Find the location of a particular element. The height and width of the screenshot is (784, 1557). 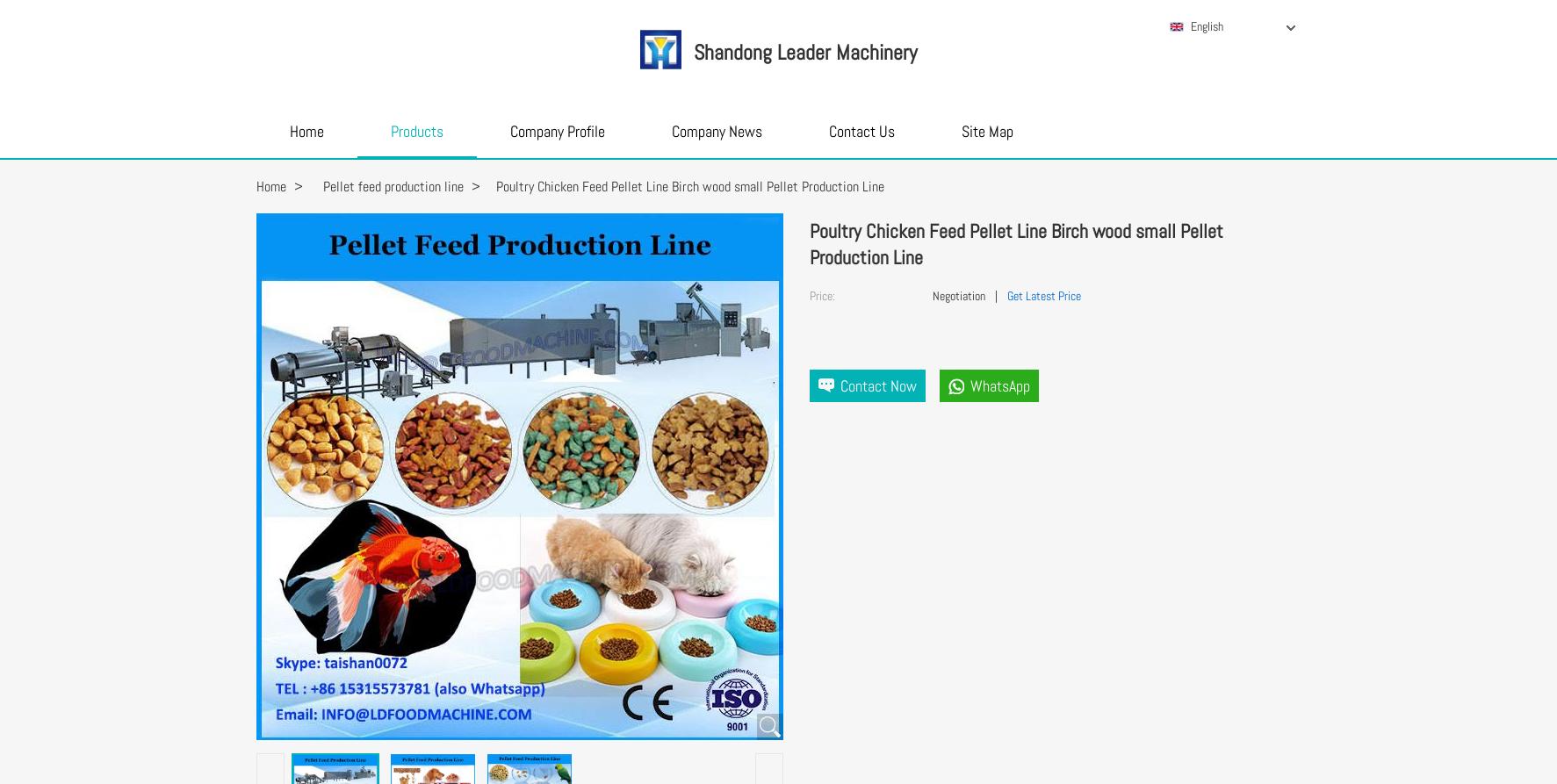

'Pellet feed production line' is located at coordinates (391, 185).